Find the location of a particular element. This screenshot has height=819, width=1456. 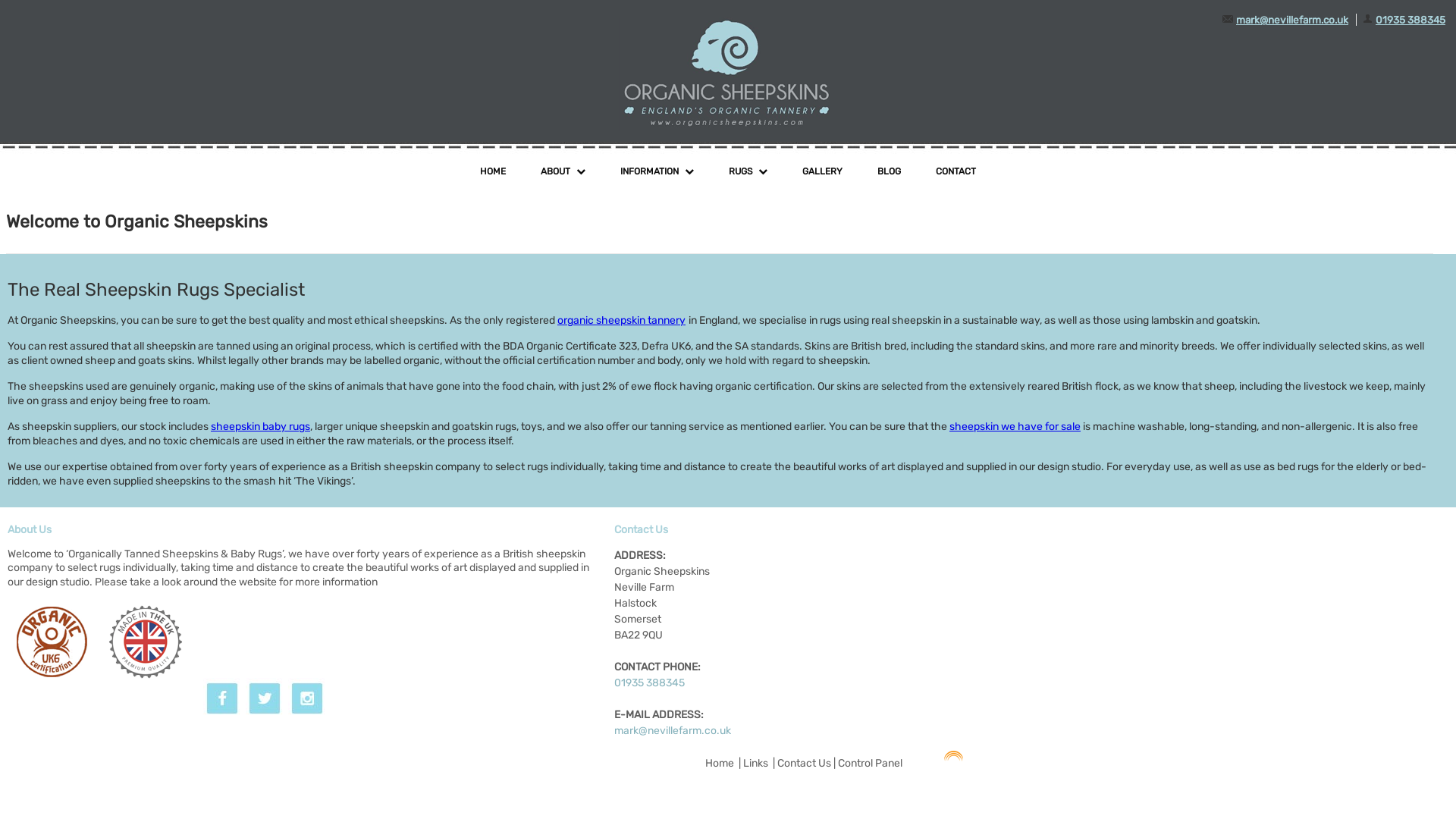

'CONTACT' is located at coordinates (955, 171).